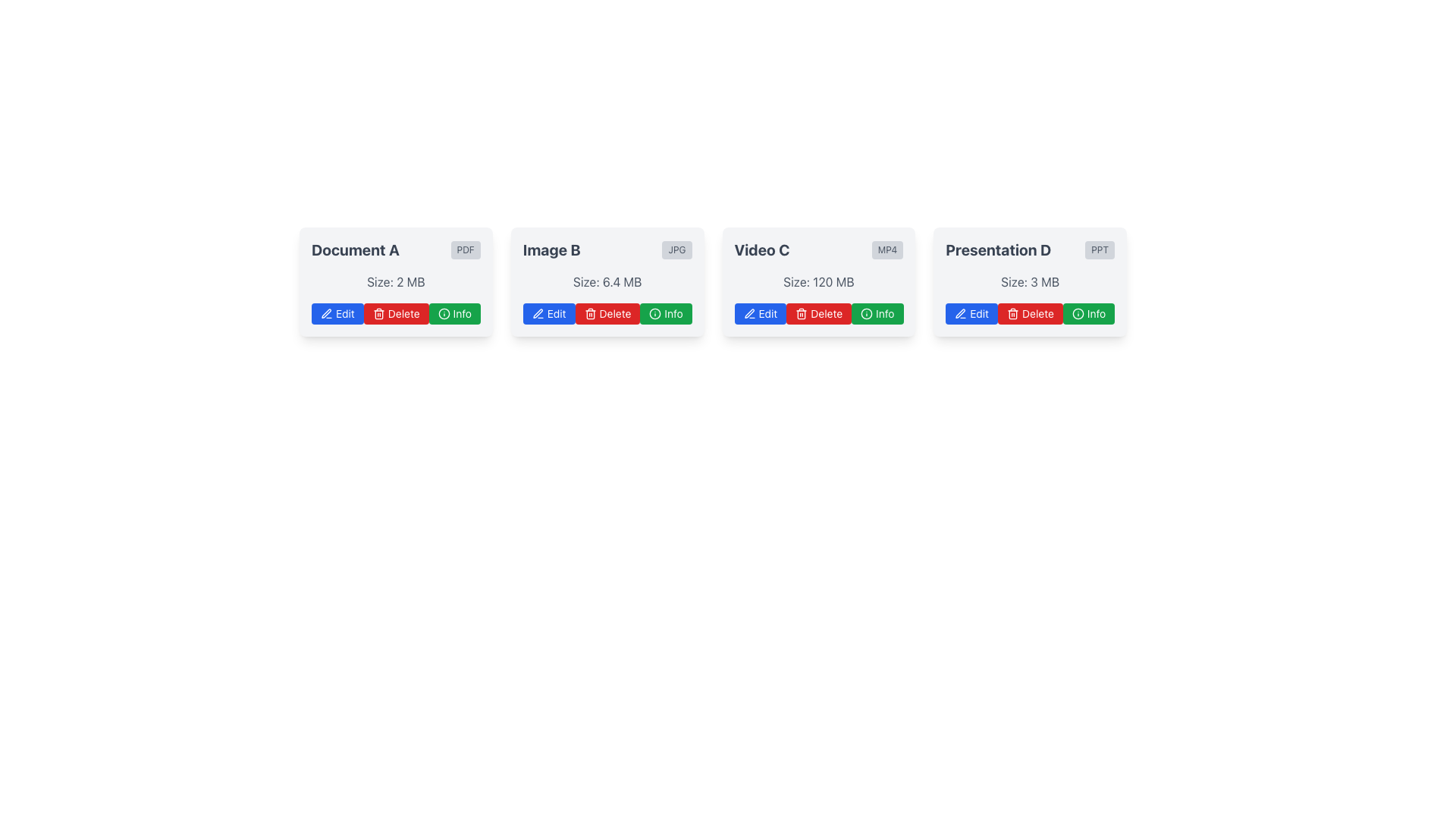 The width and height of the screenshot is (1456, 819). I want to click on the PDF format badge located at the top-right corner of the 'Document A' card, so click(465, 249).